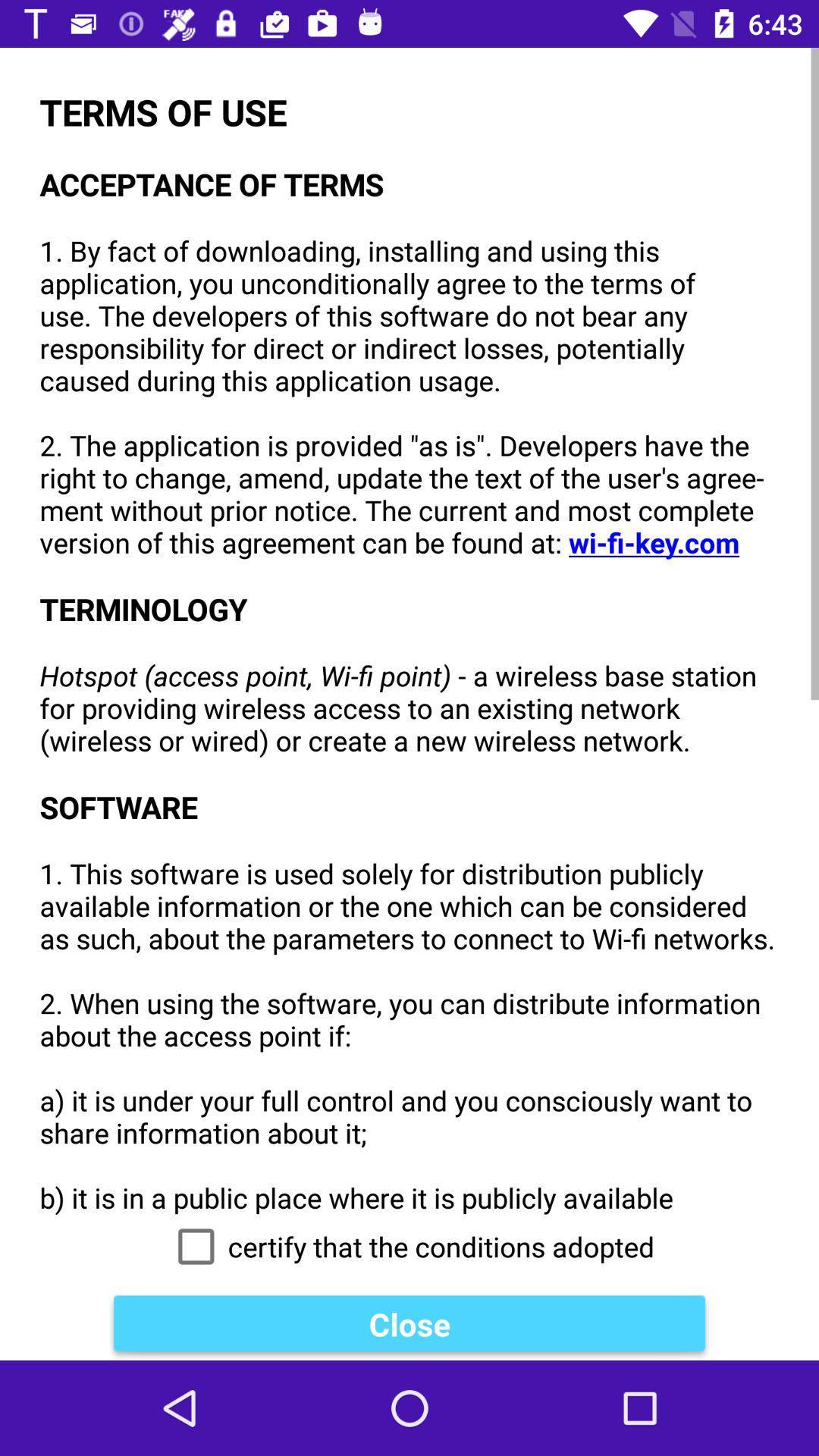 This screenshot has width=819, height=1456. I want to click on terms of use item, so click(409, 631).